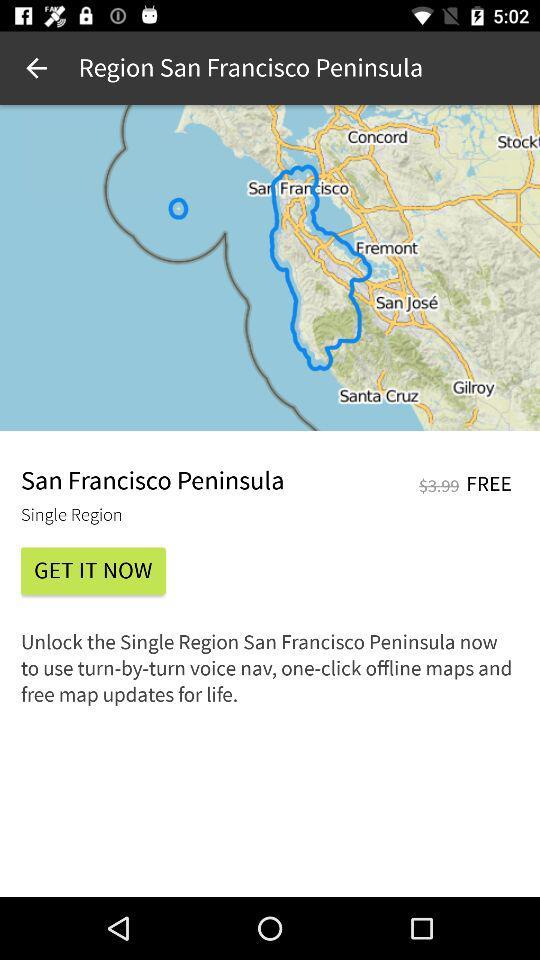 This screenshot has width=540, height=960. Describe the element at coordinates (270, 675) in the screenshot. I see `icon below get it now` at that location.